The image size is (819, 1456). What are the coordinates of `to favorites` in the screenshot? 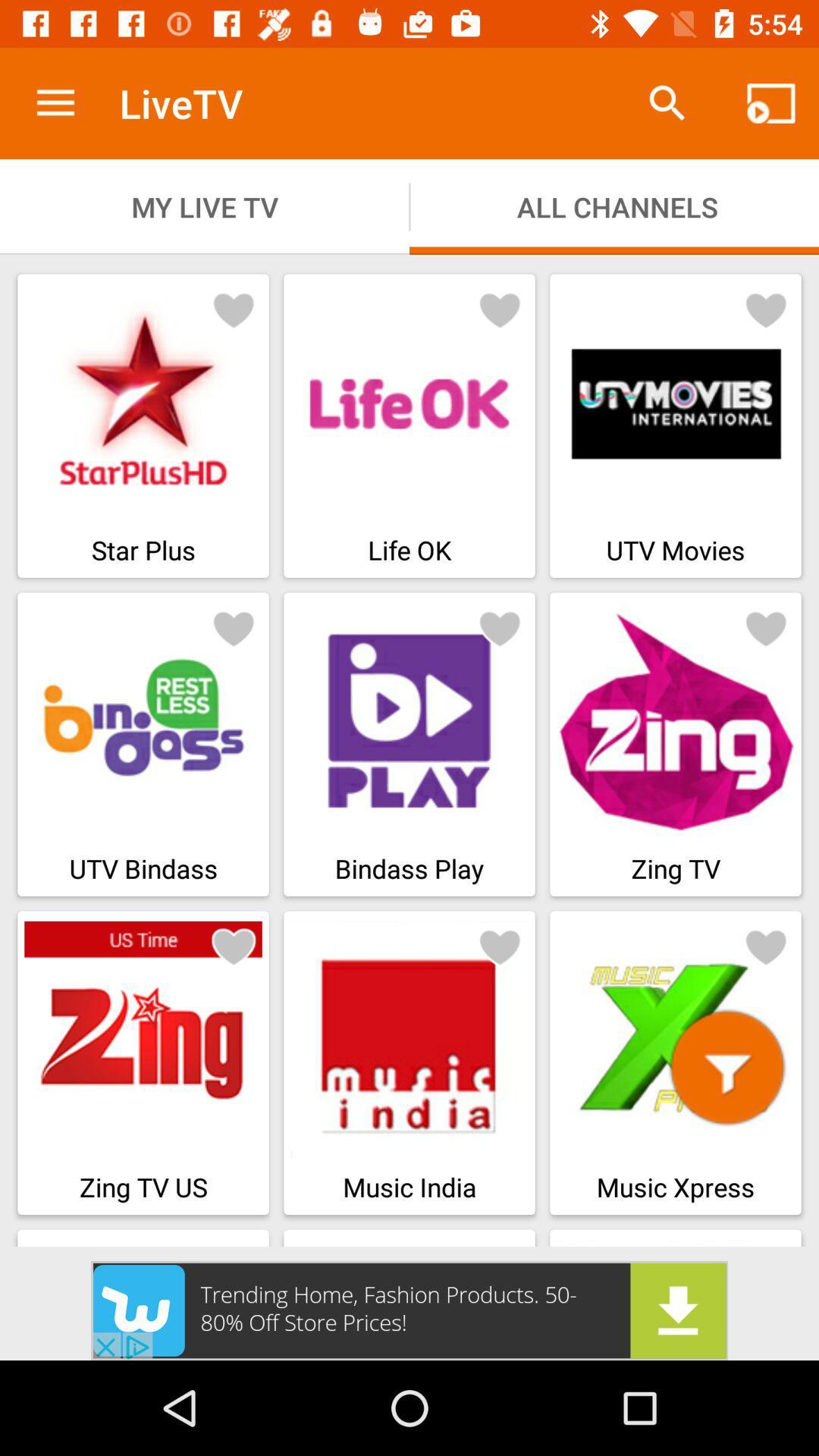 It's located at (766, 946).